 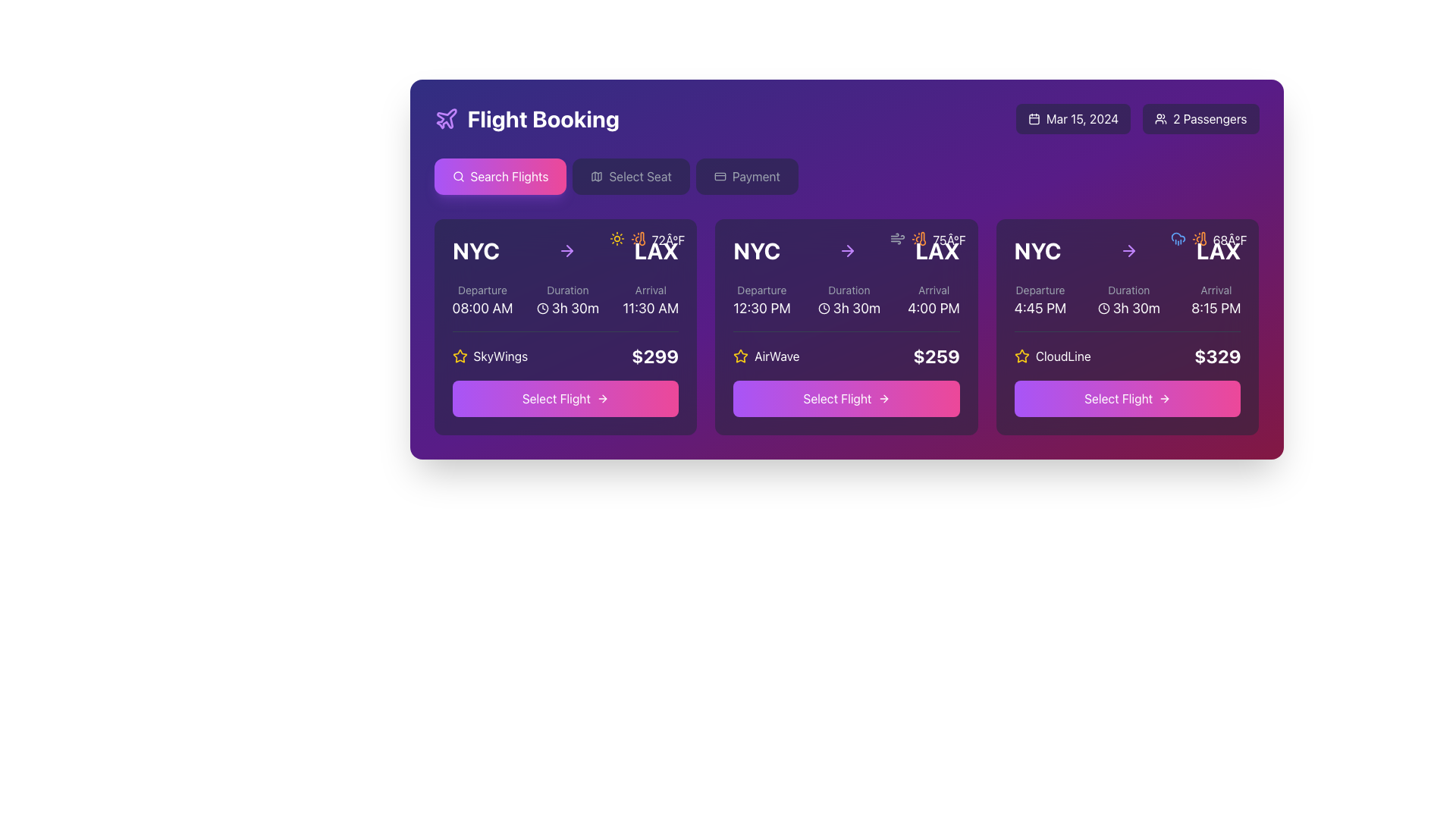 What do you see at coordinates (883, 397) in the screenshot?
I see `the 'Select Flight' button which contains the right-pointing arrow icon styled with a gradient pink background` at bounding box center [883, 397].